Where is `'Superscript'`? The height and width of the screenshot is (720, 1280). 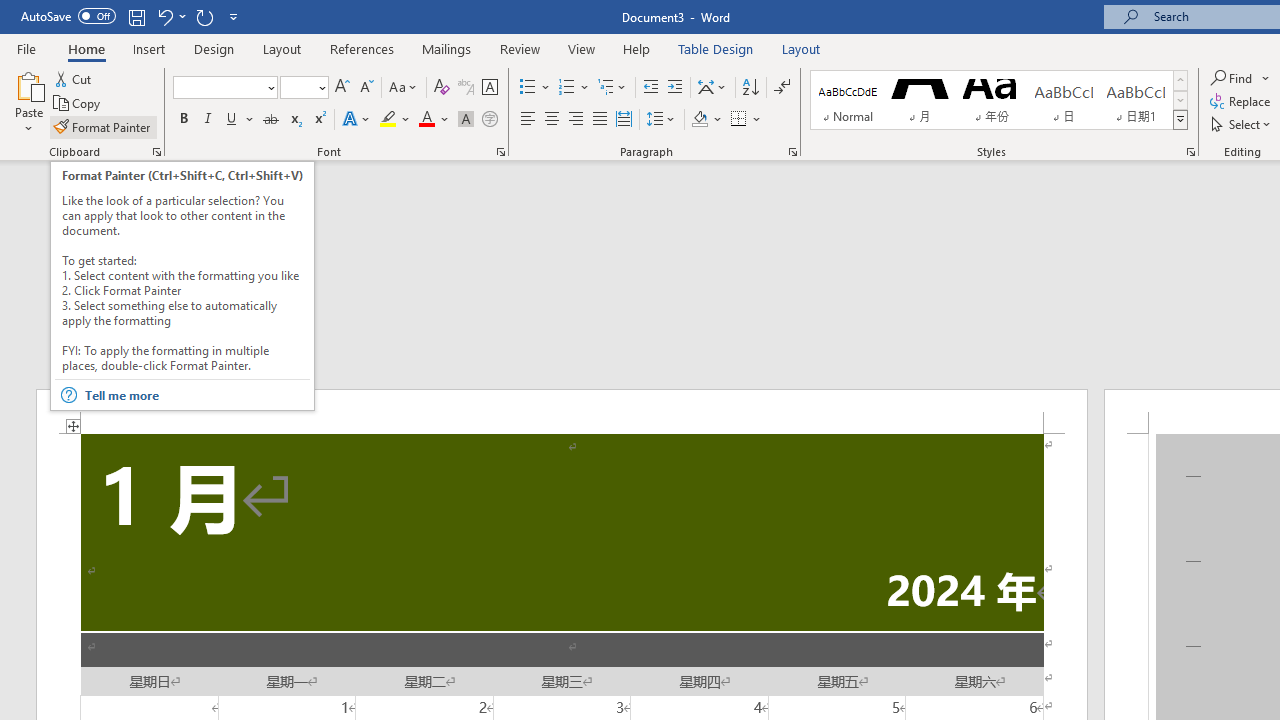 'Superscript' is located at coordinates (318, 119).